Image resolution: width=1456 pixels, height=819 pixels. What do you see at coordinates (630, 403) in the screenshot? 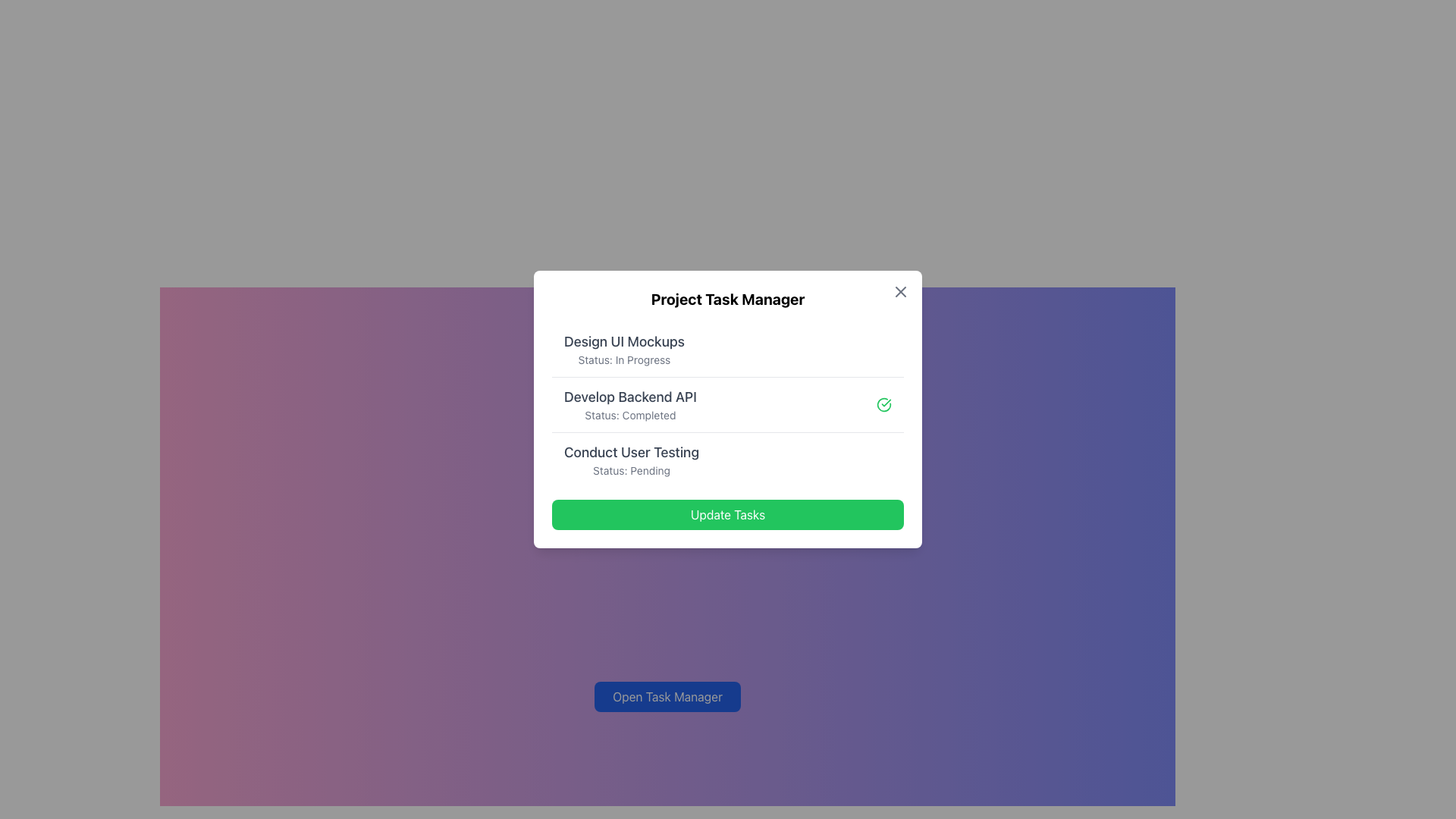
I see `the static text element displaying the task entry, which is the second item in the task management interface` at bounding box center [630, 403].